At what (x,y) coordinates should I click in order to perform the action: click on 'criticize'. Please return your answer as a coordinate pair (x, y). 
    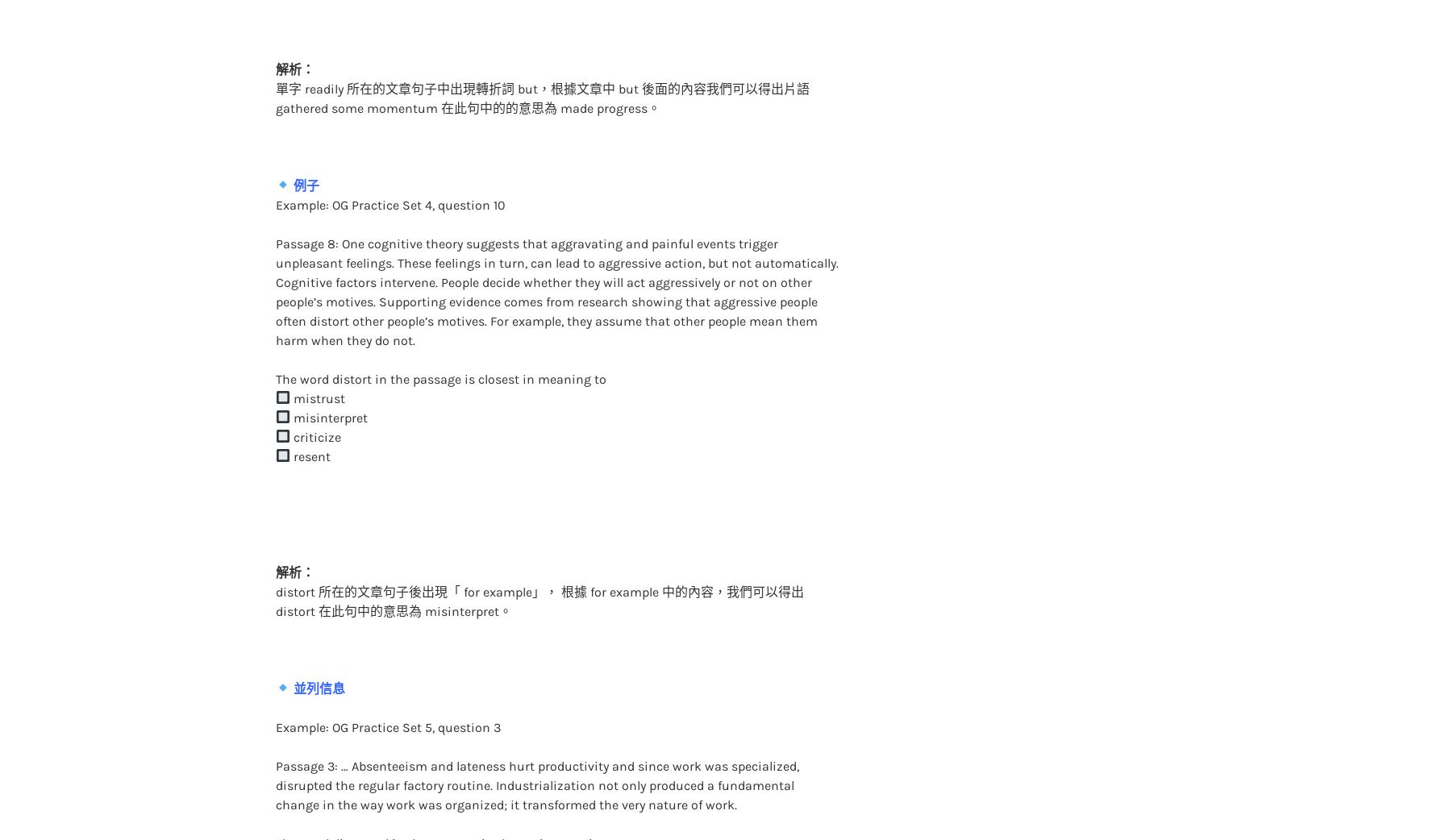
    Looking at the image, I should click on (314, 404).